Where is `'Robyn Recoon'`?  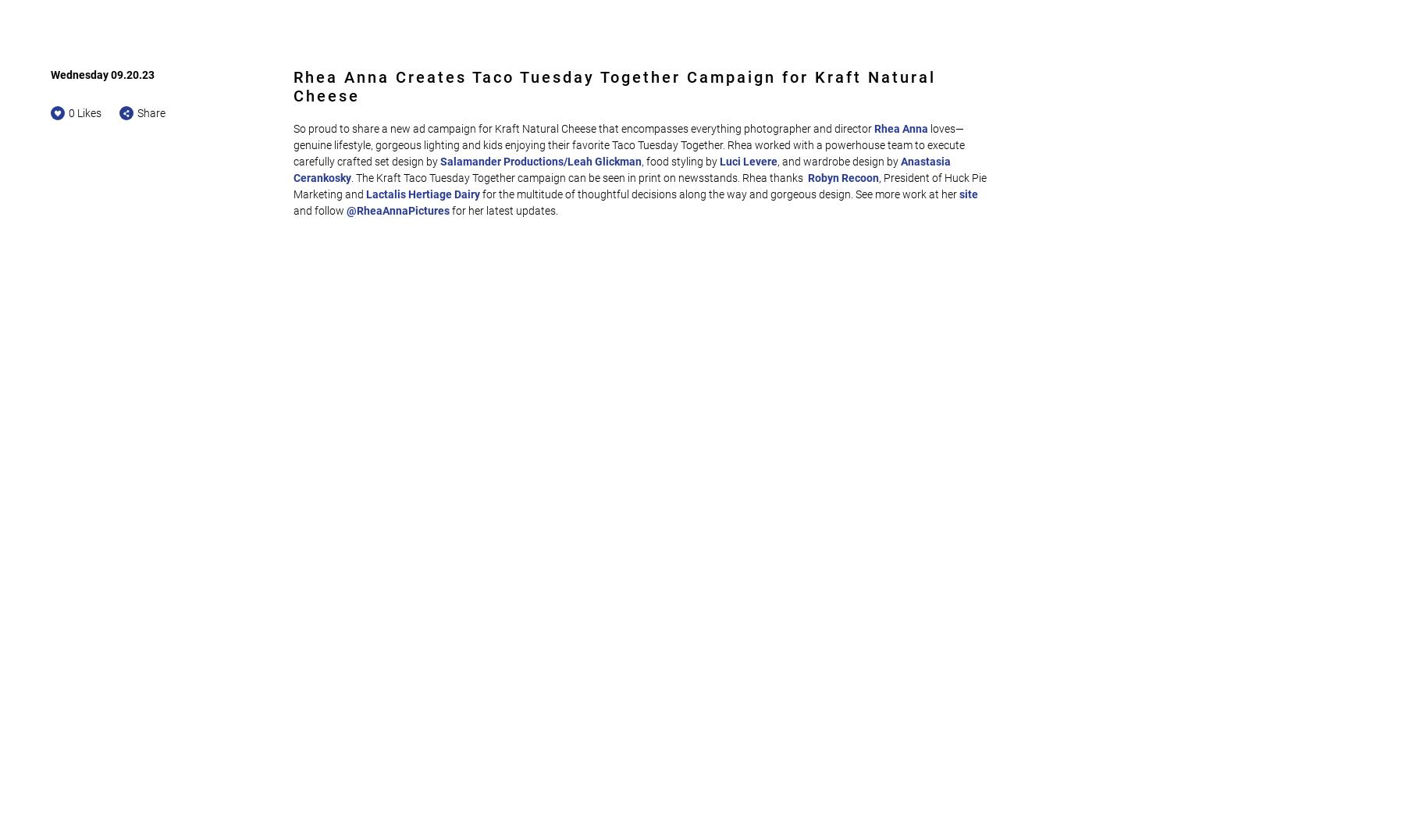
'Robyn Recoon' is located at coordinates (843, 178).